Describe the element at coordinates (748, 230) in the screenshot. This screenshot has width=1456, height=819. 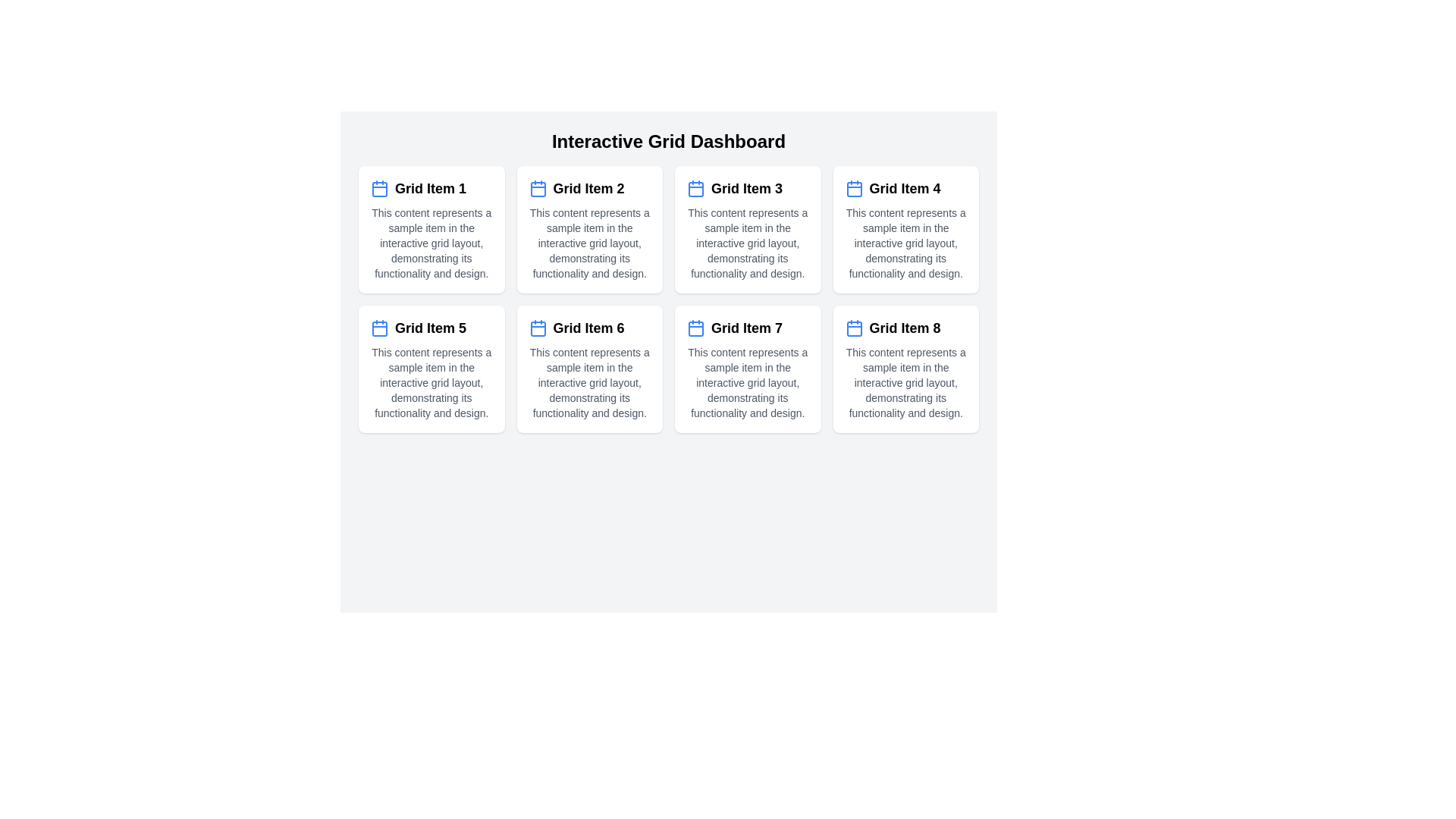
I see `the third item card in the first row of the grid layout, which displays related information and serves as a click target` at that location.